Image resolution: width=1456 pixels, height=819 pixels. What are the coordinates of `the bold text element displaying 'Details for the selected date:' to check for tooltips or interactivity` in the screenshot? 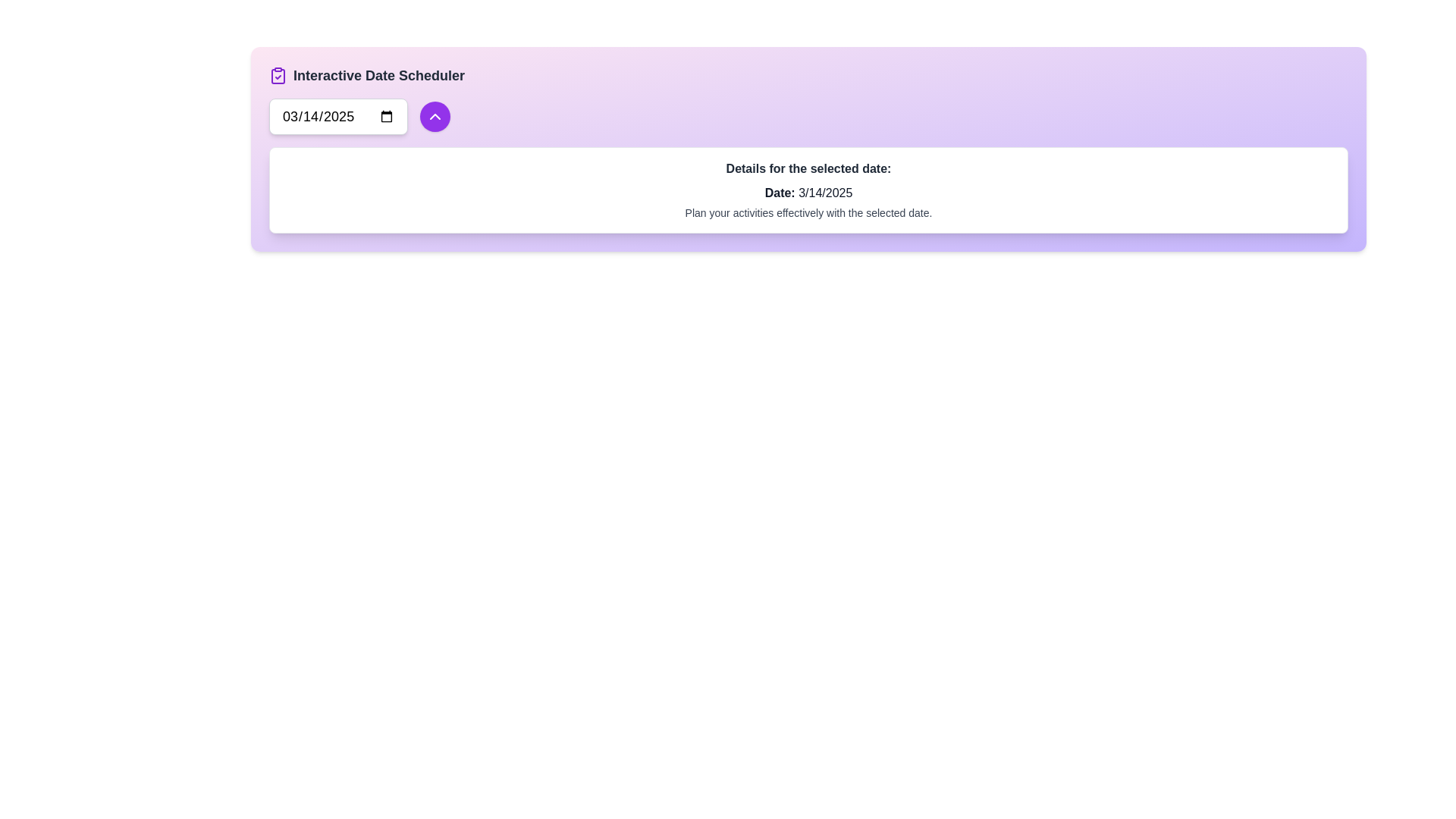 It's located at (808, 169).